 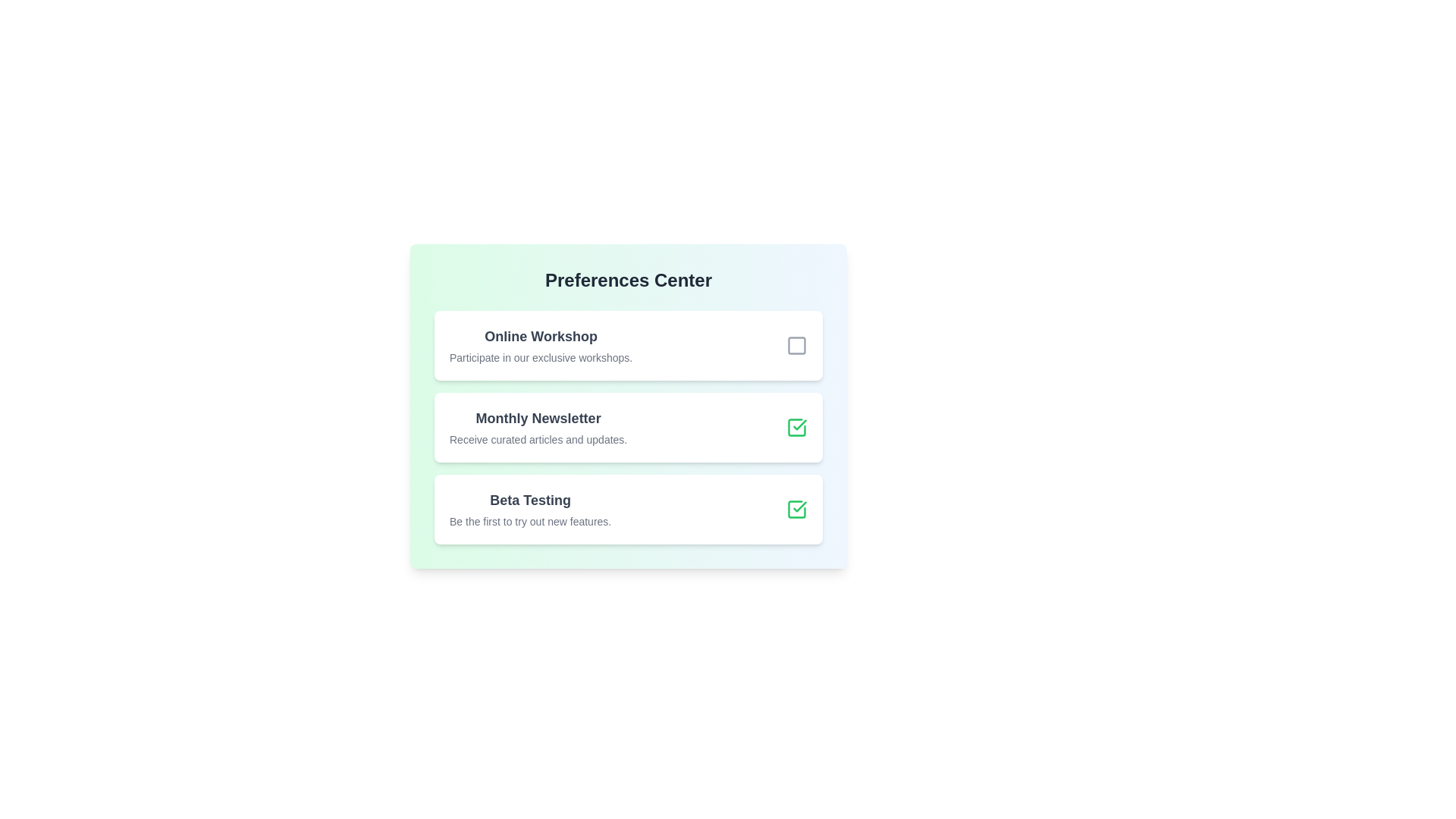 What do you see at coordinates (629, 281) in the screenshot?
I see `the Text Display element that serves as a title or header for the section, positioned above 'Online Workshop', 'Monthly Newsletter', and 'Beta Testing'` at bounding box center [629, 281].